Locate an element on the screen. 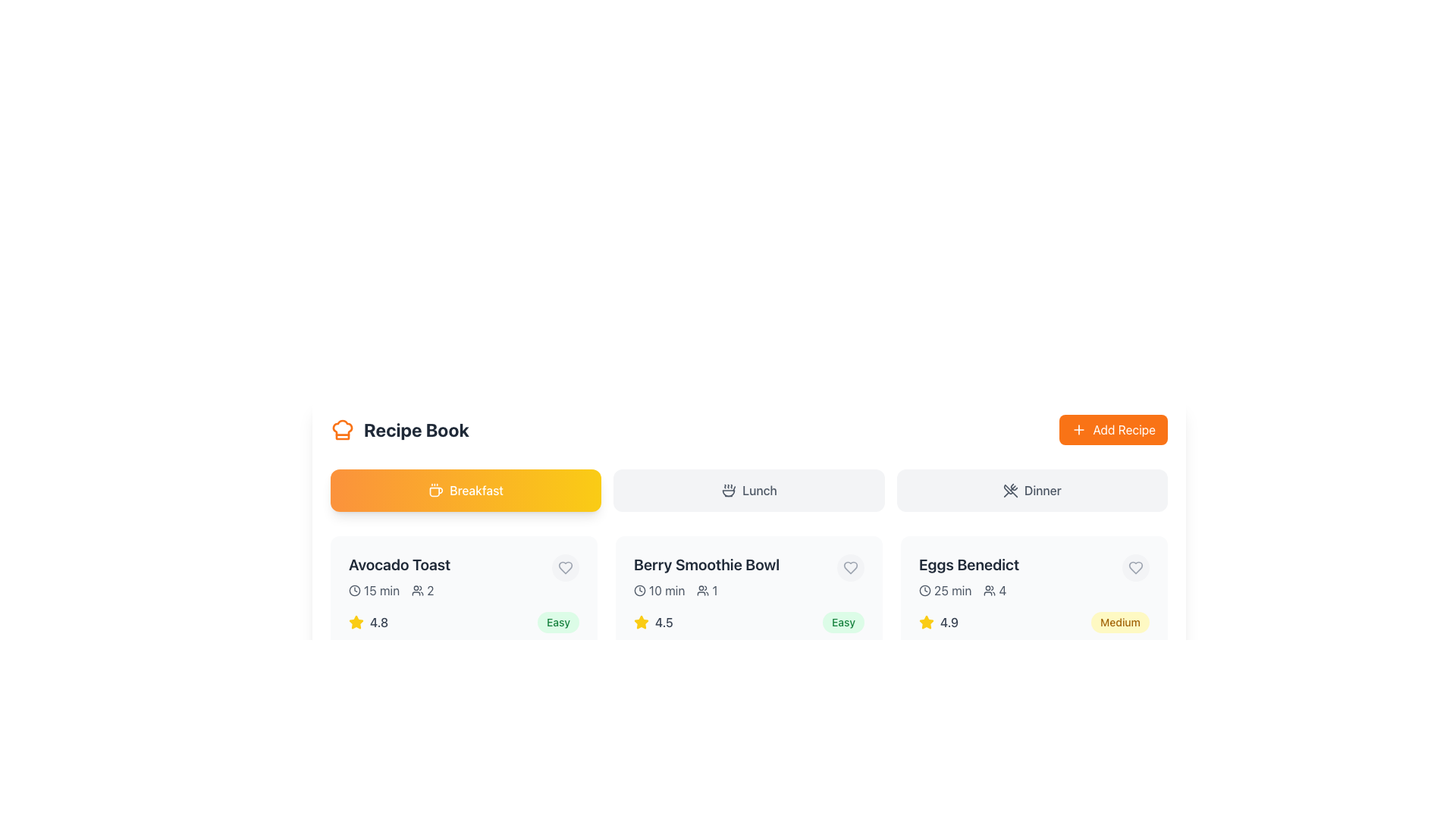 The height and width of the screenshot is (819, 1456). the numerical rating text label '4.8' that is positioned to the right of the yellow star icon in the rating indicator for the 'Avocado Toast' recipe card in the 'Recipe Book' section is located at coordinates (378, 623).